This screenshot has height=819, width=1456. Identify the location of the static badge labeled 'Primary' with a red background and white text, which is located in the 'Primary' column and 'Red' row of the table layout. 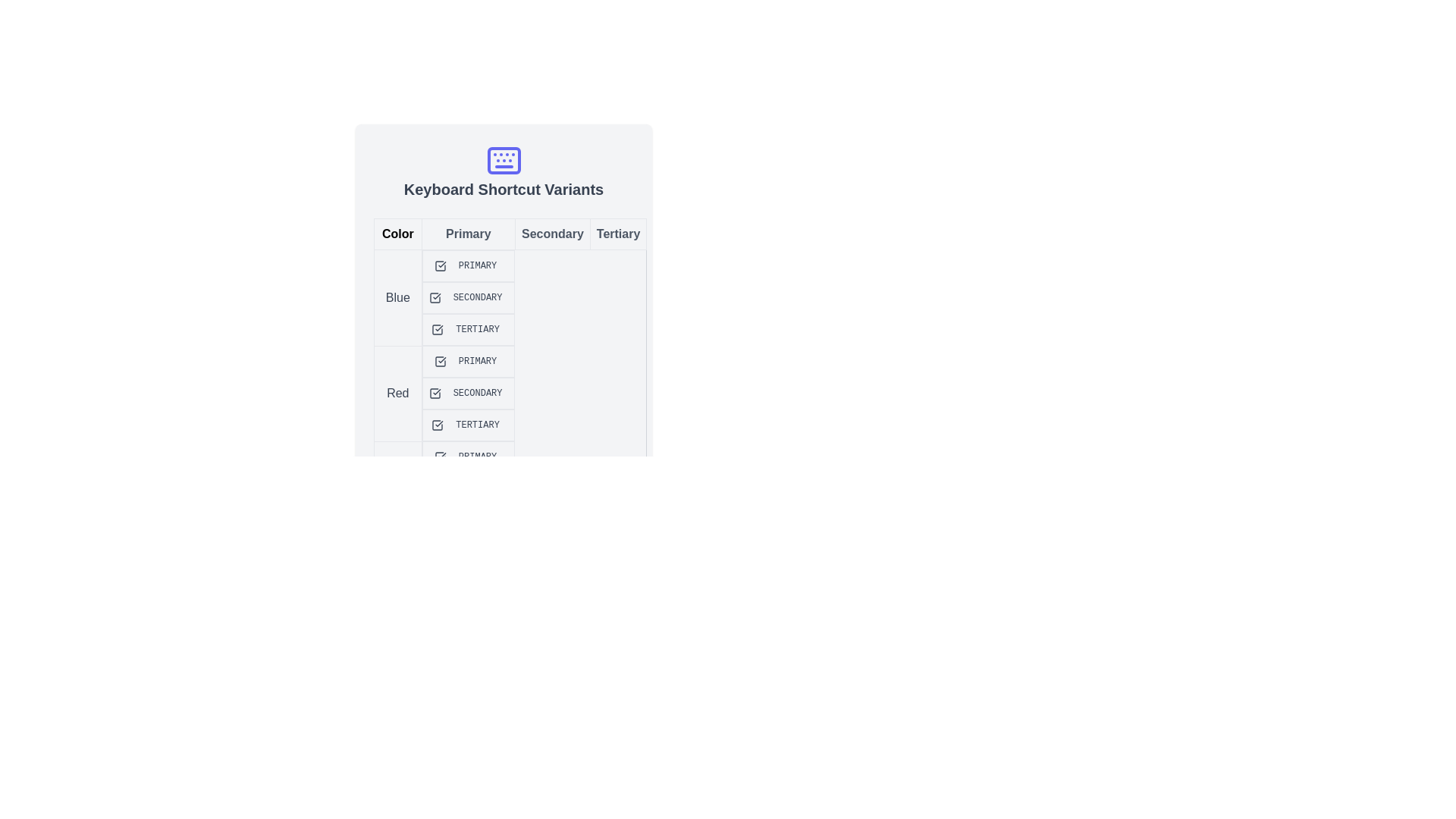
(477, 362).